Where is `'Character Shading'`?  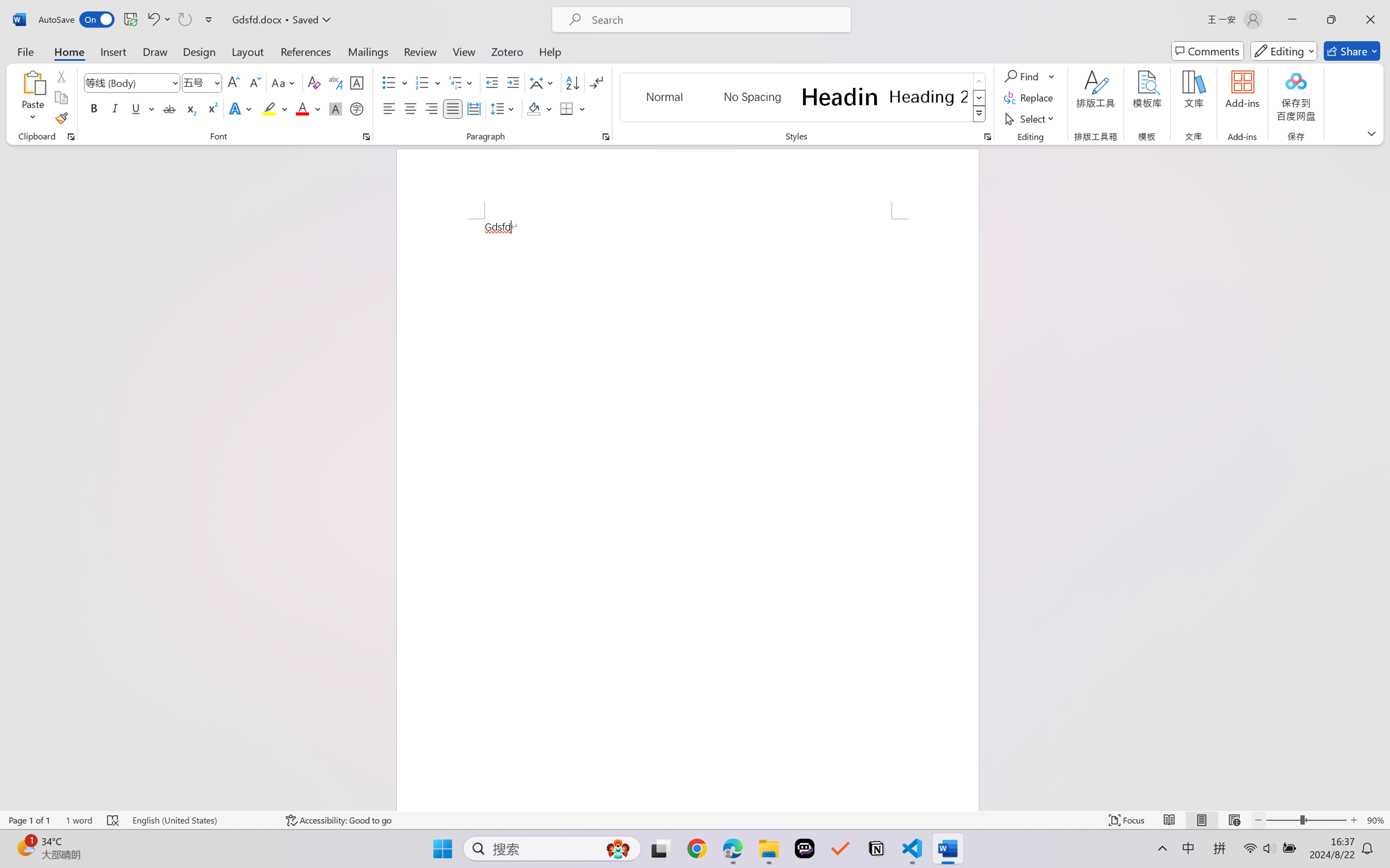 'Character Shading' is located at coordinates (334, 108).